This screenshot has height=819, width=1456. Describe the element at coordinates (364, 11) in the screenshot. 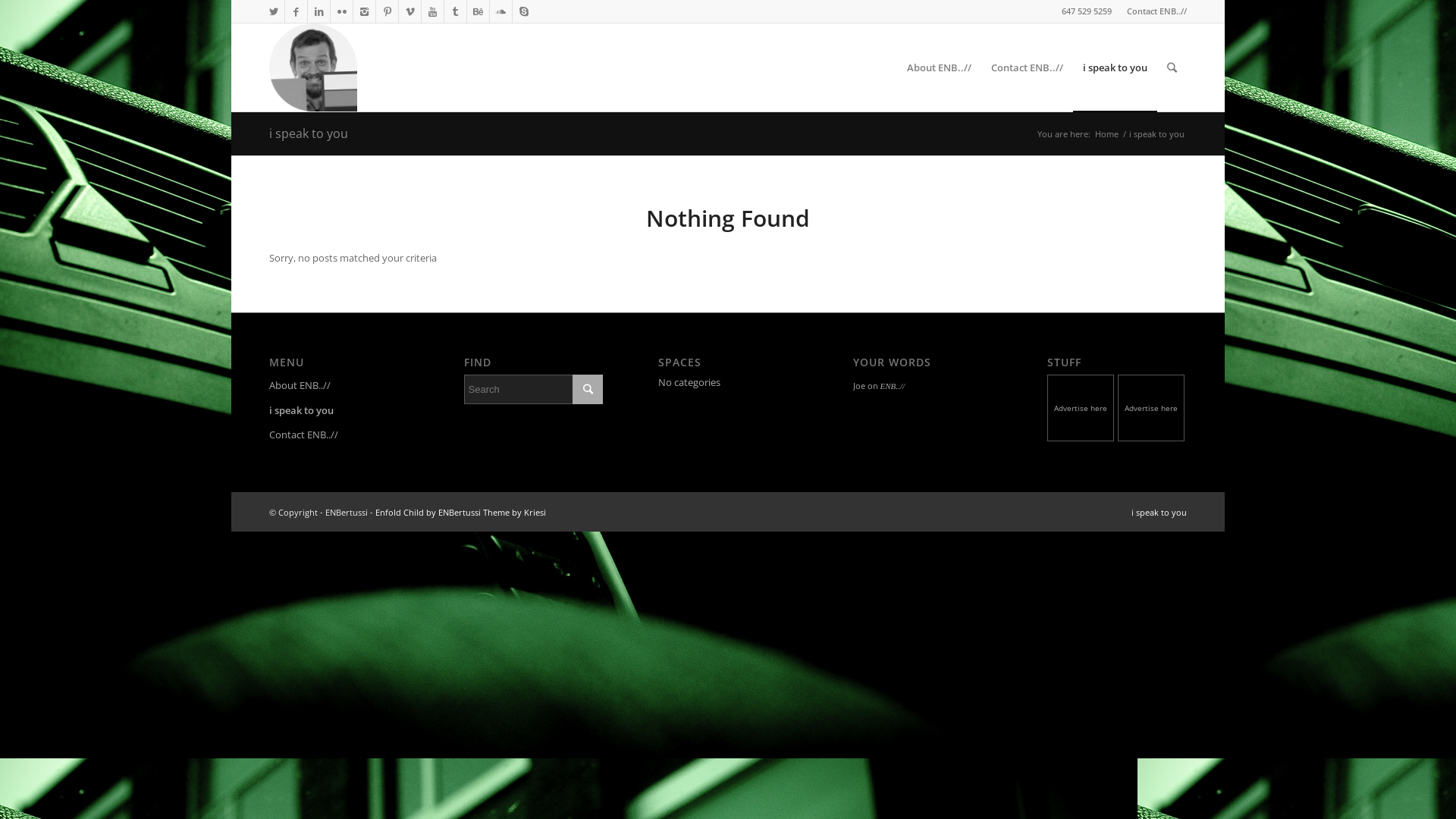

I see `'Instagram'` at that location.